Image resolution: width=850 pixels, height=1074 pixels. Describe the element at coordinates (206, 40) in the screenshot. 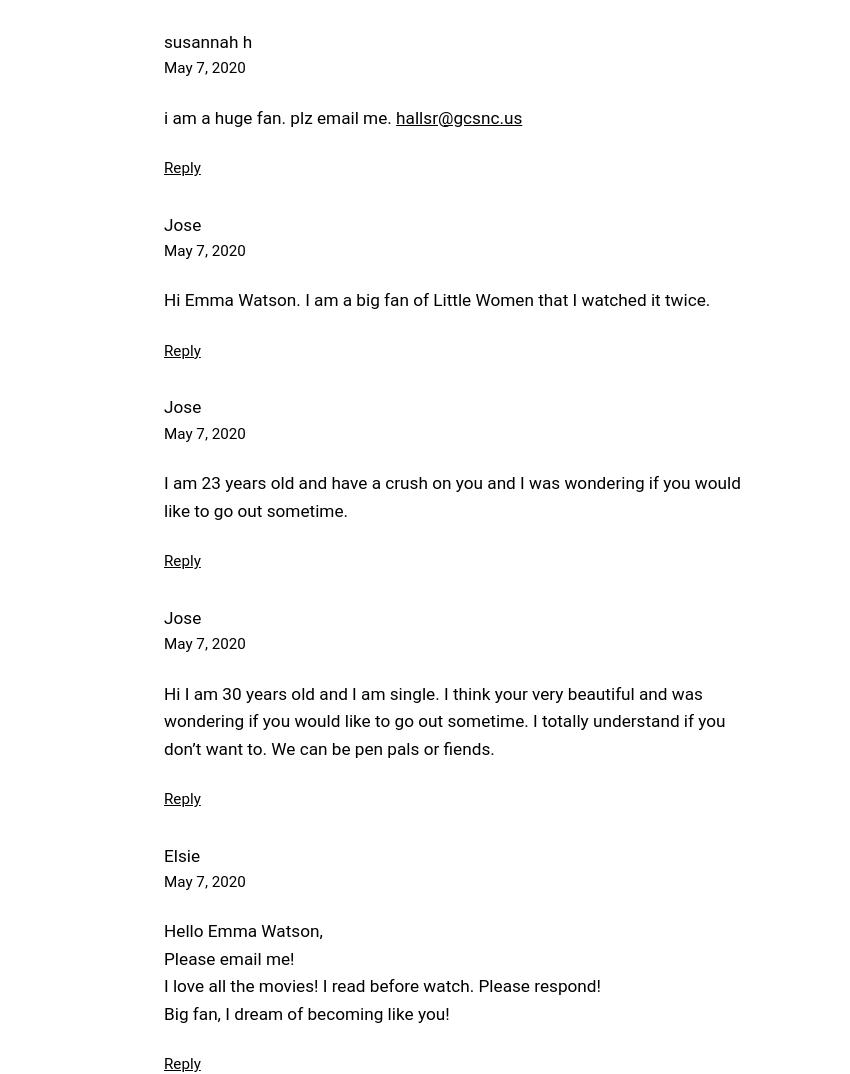

I see `'susannah h'` at that location.